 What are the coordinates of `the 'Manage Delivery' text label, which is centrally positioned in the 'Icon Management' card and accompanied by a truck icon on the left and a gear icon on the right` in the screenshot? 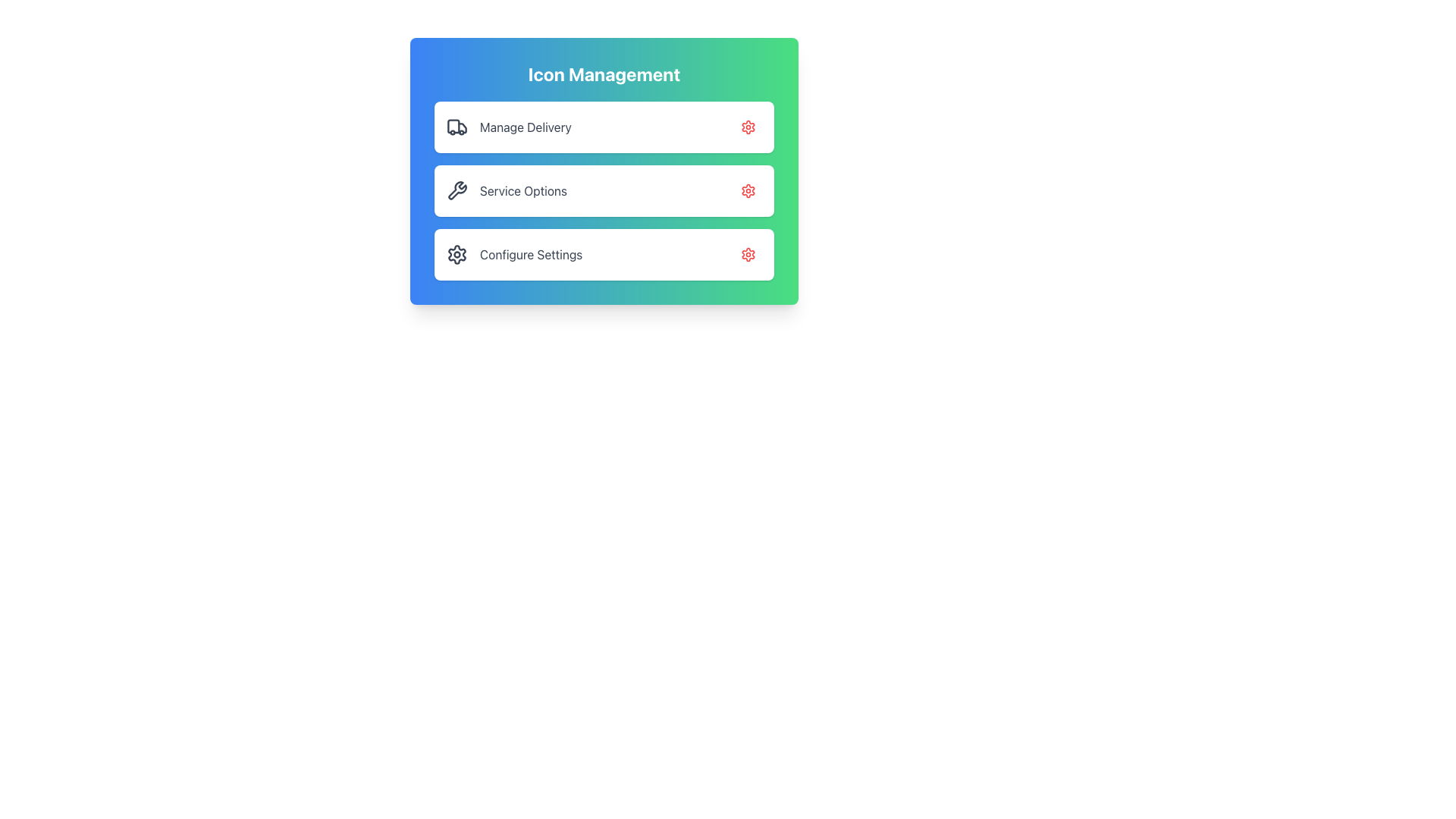 It's located at (526, 127).